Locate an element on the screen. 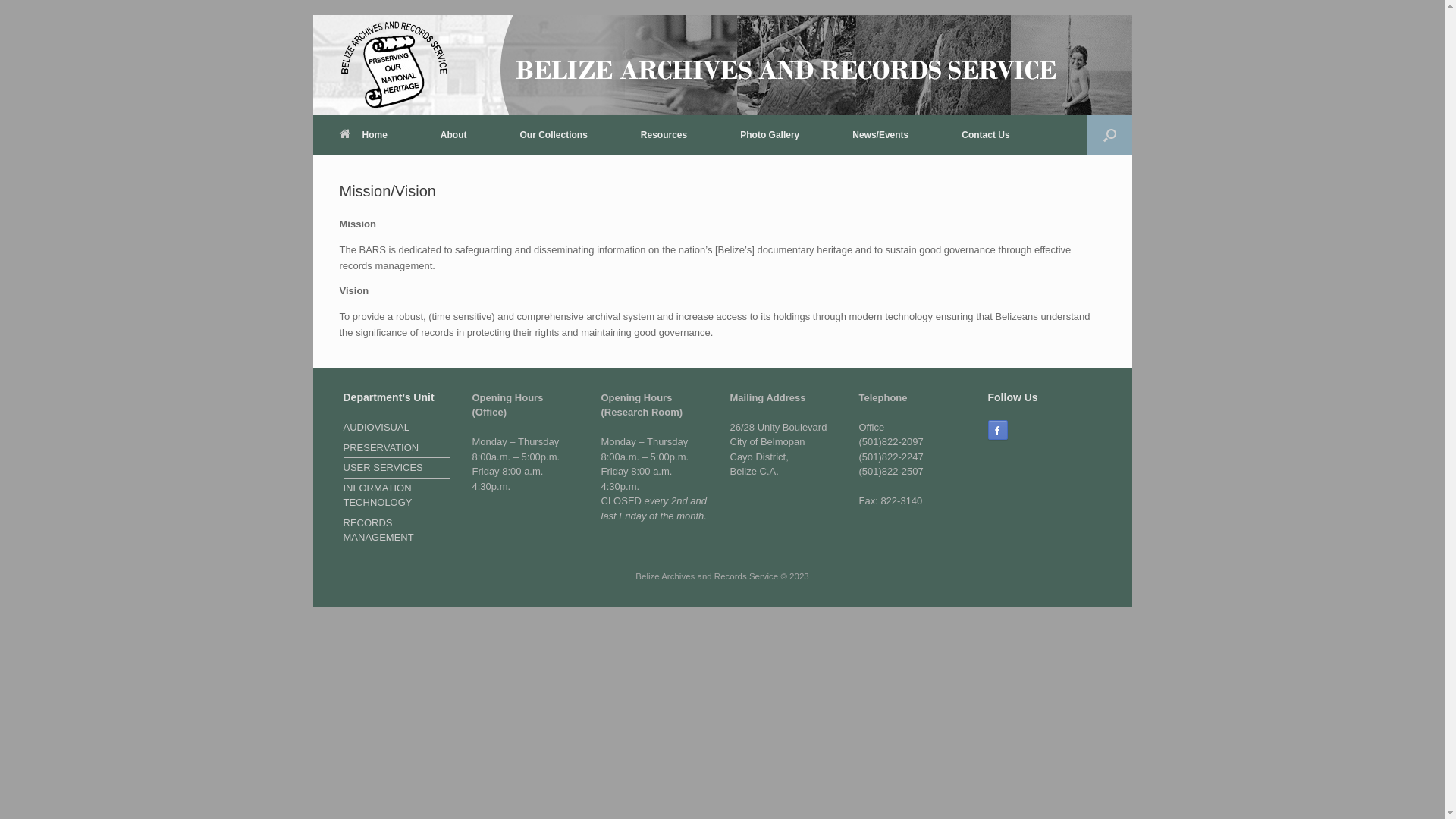 The image size is (1456, 819). 'USER SERVICES' is located at coordinates (396, 468).